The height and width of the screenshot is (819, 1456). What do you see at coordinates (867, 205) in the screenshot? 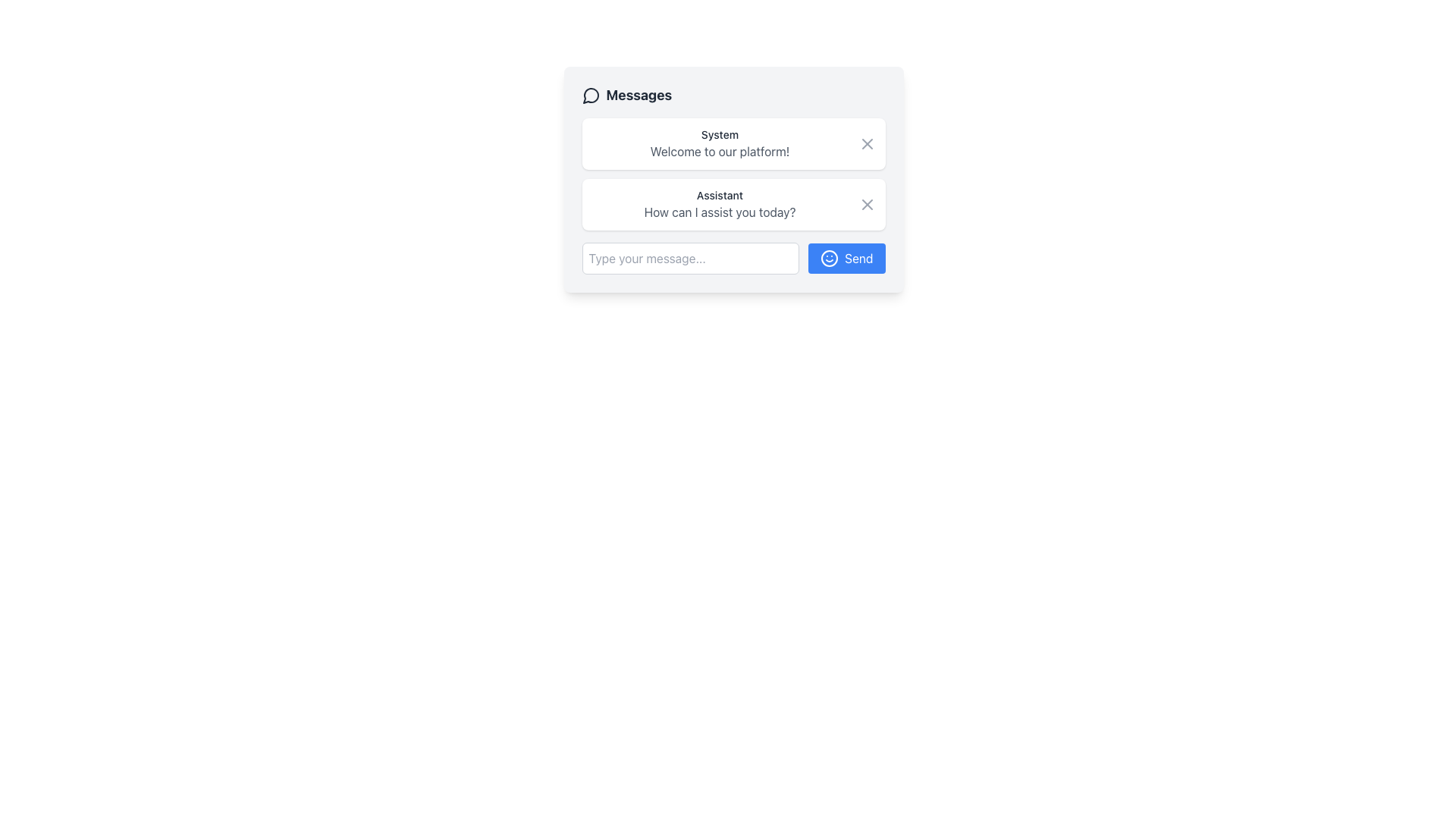
I see `the 'X' shaped close icon located in the top-right corner of the 'Assistant' message box` at bounding box center [867, 205].